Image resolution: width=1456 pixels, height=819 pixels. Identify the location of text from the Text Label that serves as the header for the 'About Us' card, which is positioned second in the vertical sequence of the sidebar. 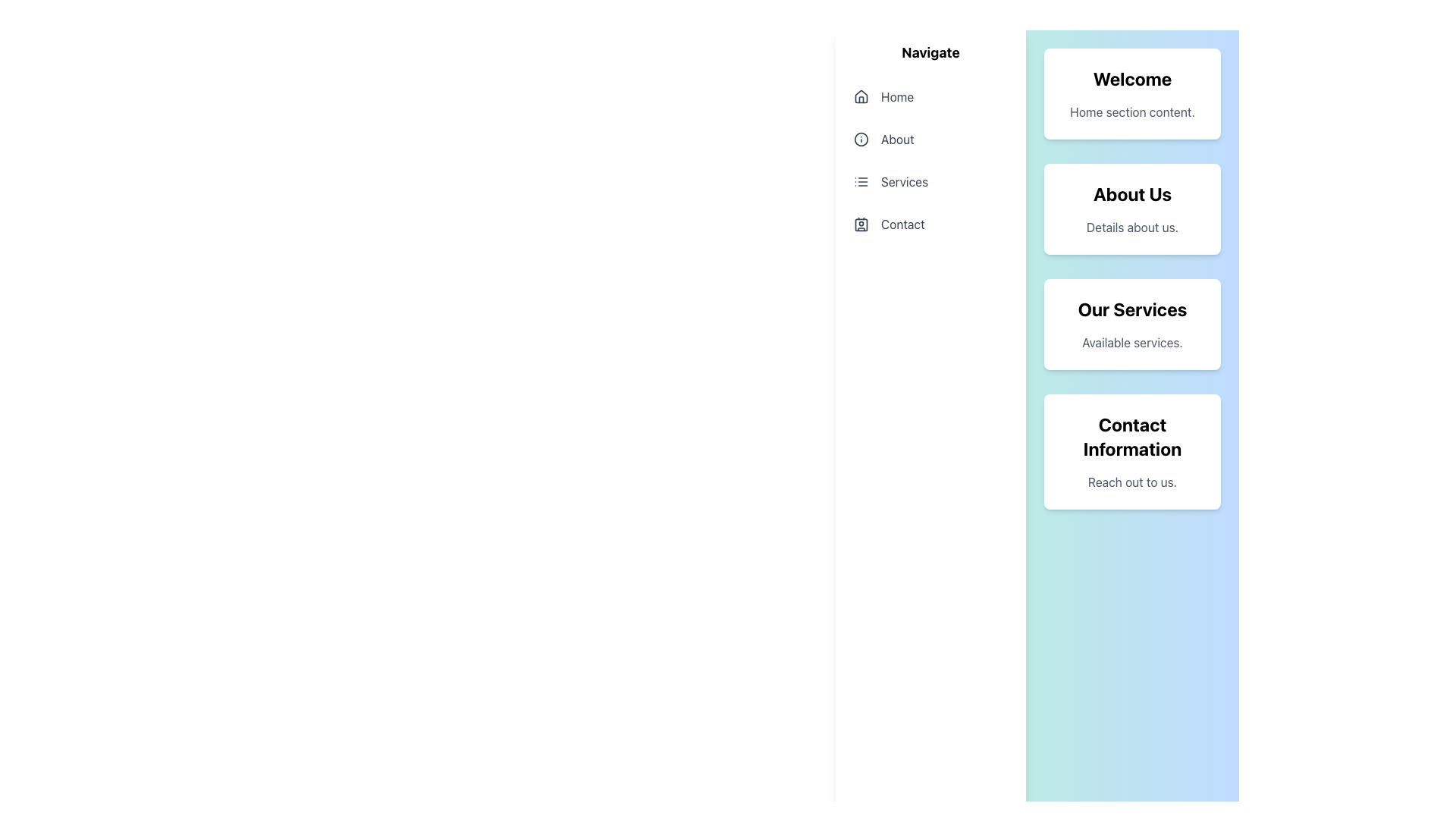
(1132, 193).